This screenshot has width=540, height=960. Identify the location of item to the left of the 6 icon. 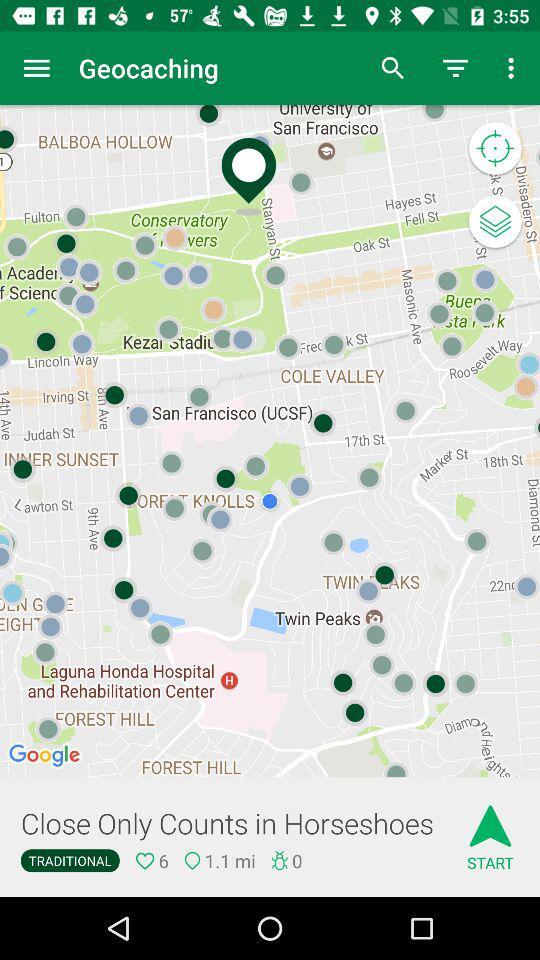
(69, 859).